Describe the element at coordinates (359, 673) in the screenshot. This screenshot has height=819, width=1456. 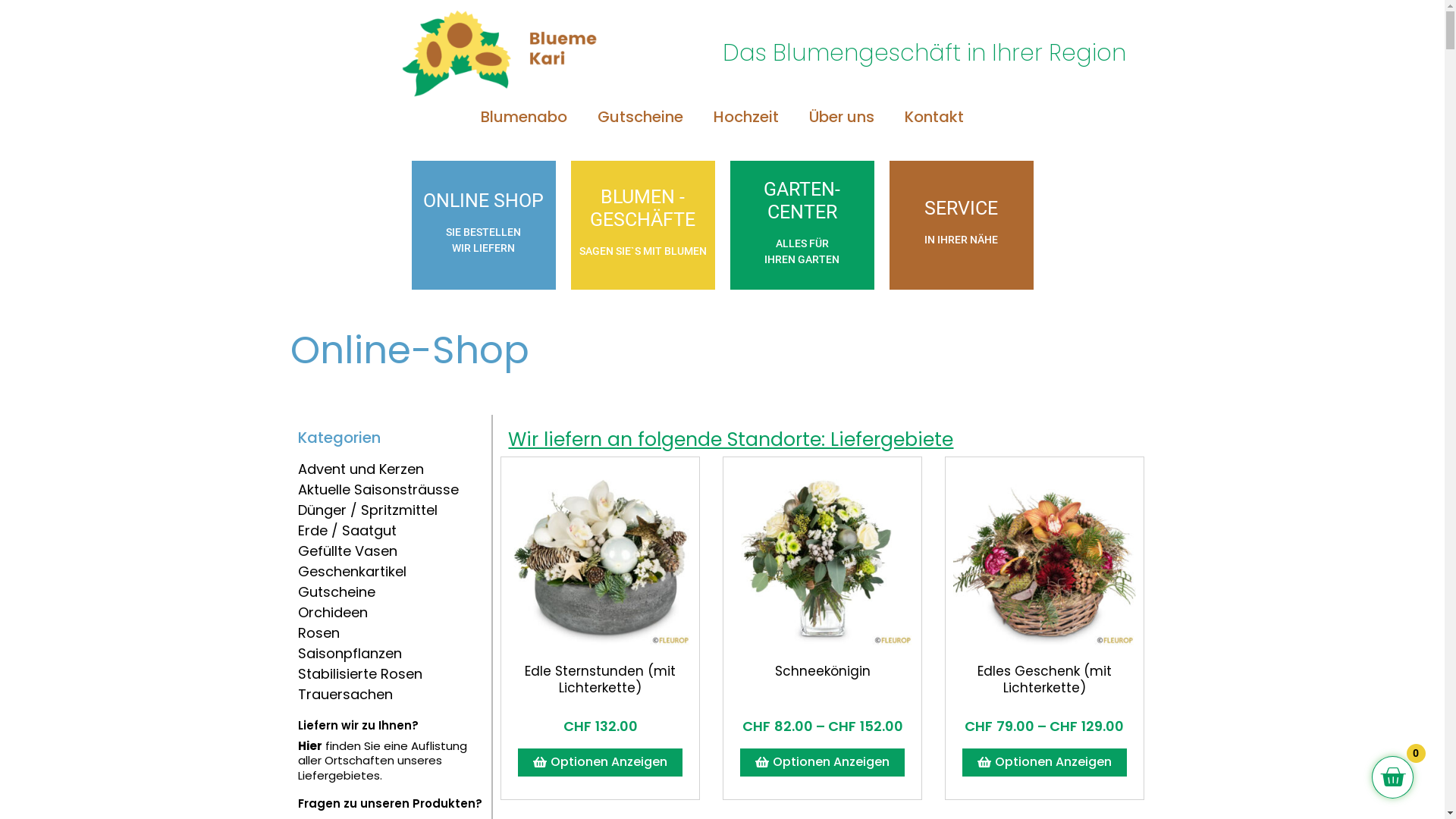
I see `'Stabilisierte Rosen'` at that location.